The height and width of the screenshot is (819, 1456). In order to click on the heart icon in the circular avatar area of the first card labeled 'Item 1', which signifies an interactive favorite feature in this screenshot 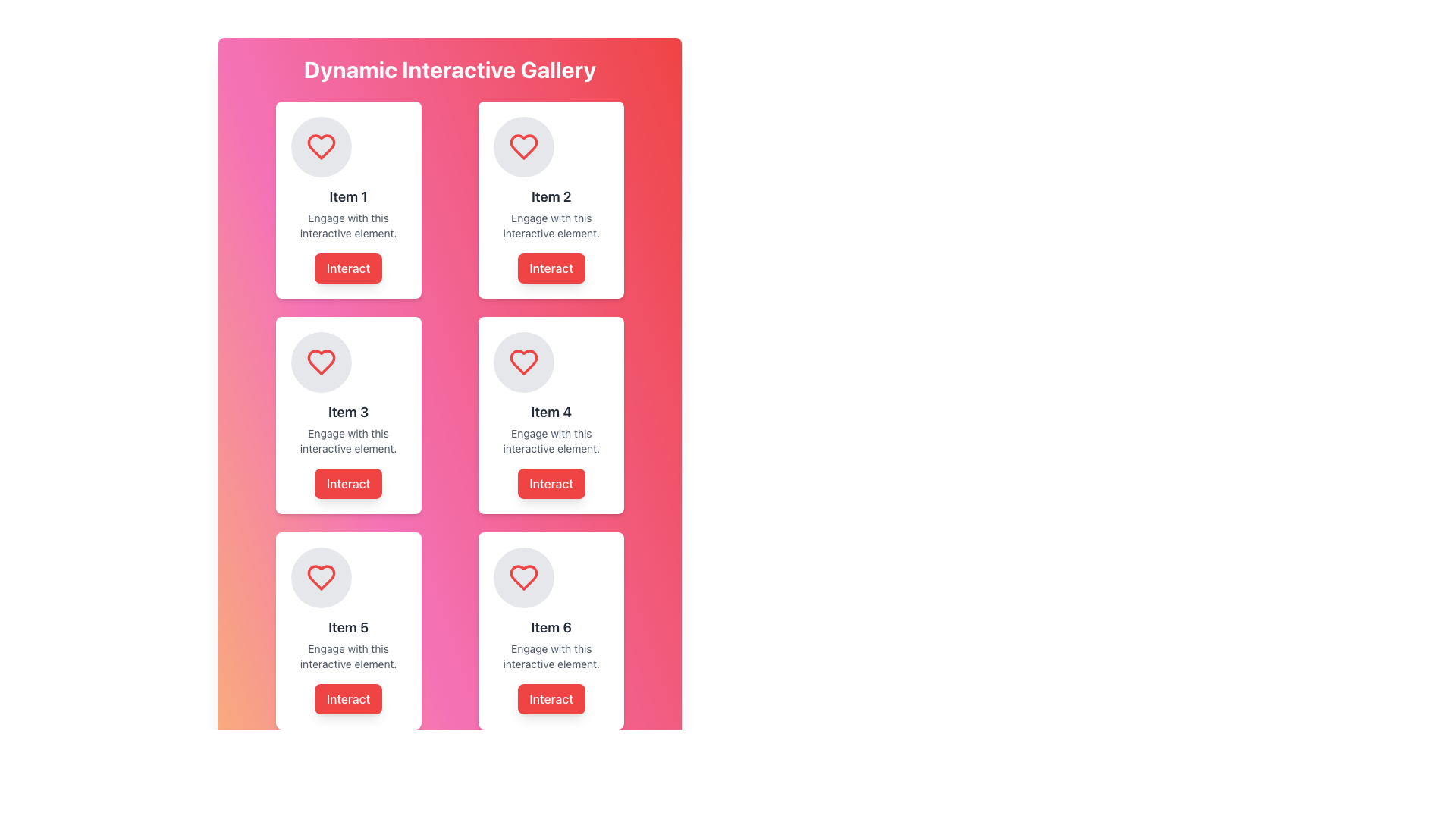, I will do `click(320, 146)`.